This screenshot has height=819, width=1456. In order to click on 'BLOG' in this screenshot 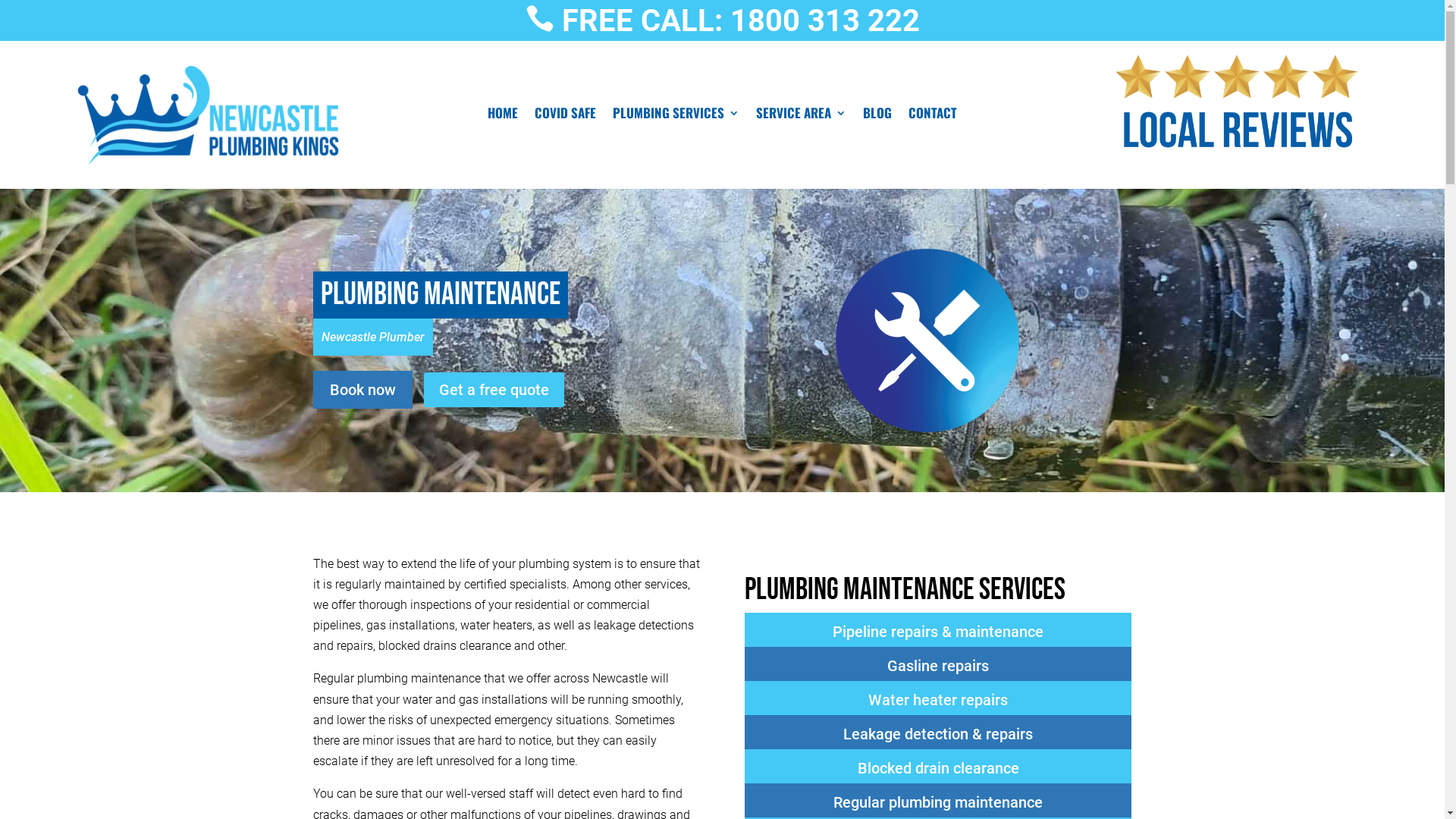, I will do `click(862, 115)`.